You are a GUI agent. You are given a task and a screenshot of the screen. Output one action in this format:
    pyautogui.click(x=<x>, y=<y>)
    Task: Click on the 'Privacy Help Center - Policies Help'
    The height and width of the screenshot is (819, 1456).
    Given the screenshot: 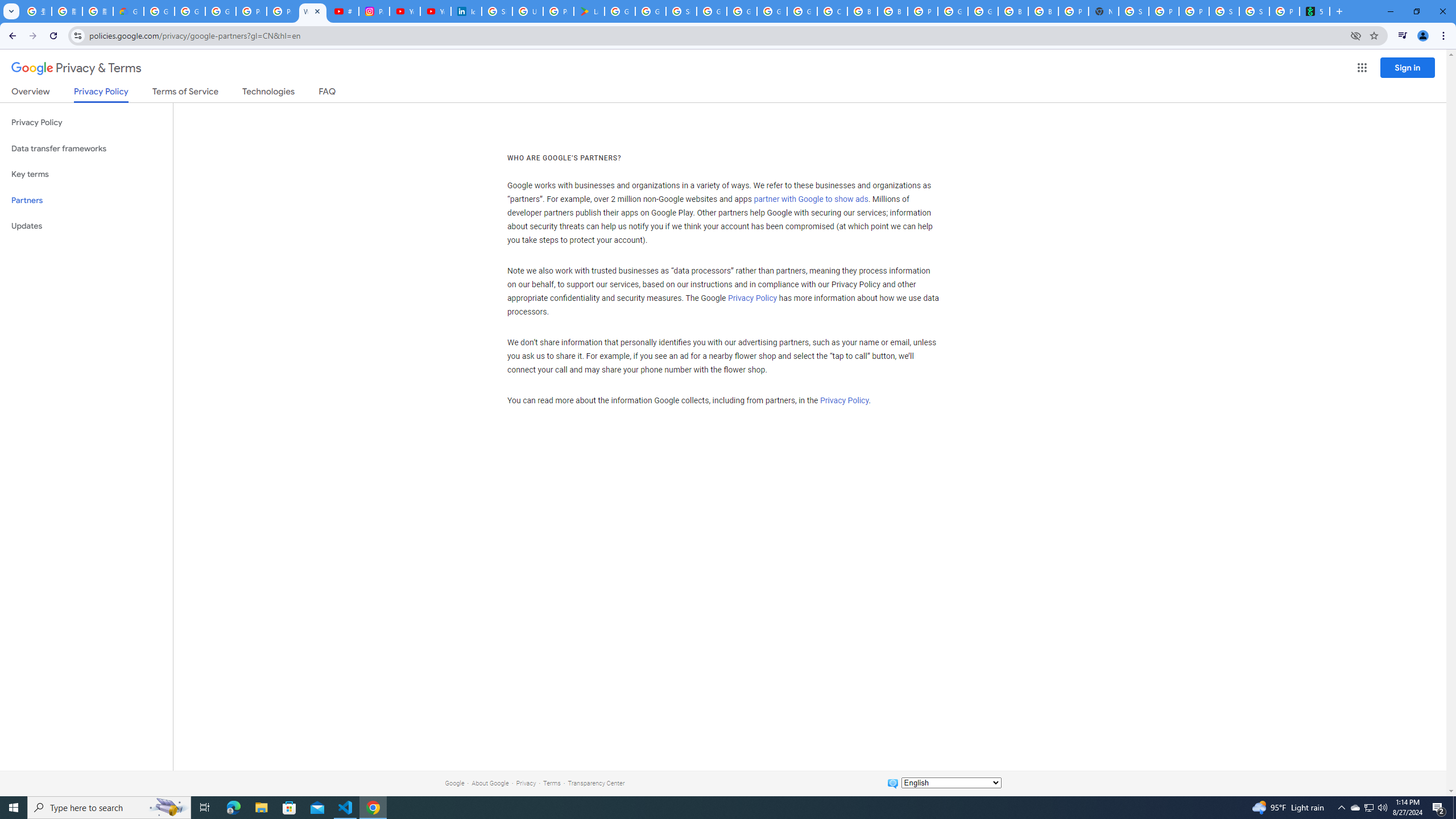 What is the action you would take?
    pyautogui.click(x=282, y=11)
    